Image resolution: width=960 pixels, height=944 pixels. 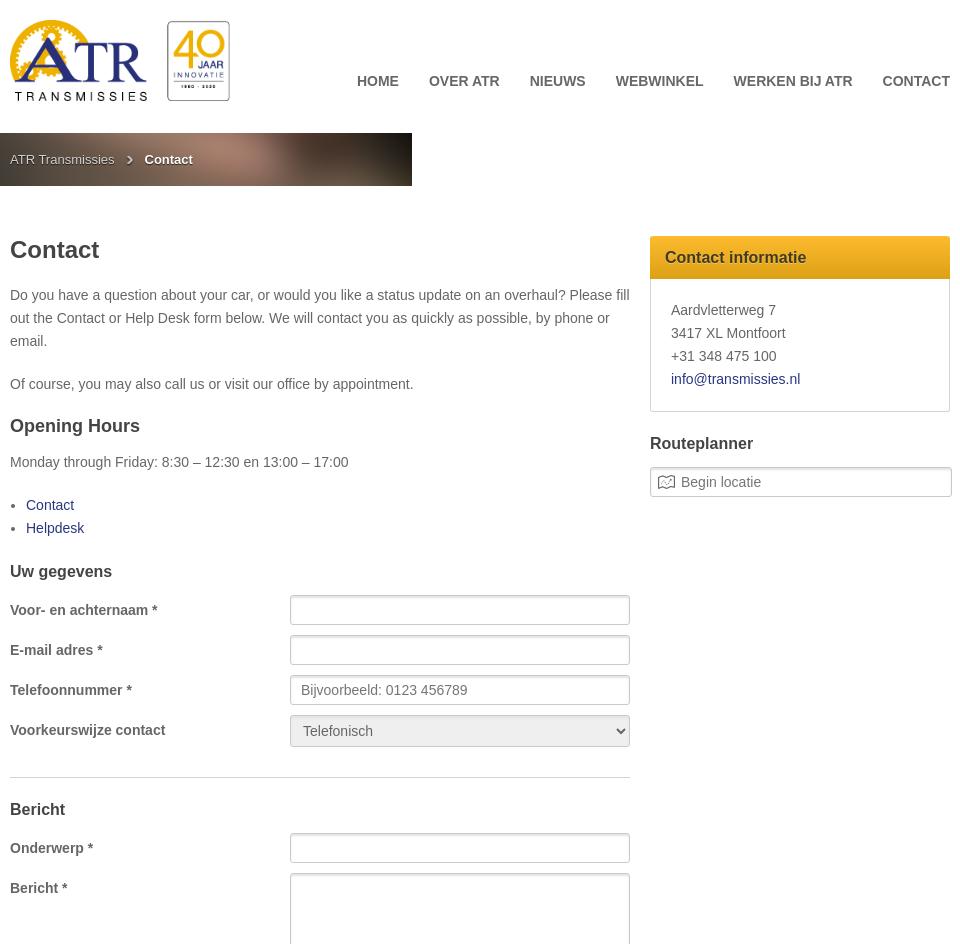 What do you see at coordinates (211, 384) in the screenshot?
I see `'Of course, you may also call us or visit our office by appointment.'` at bounding box center [211, 384].